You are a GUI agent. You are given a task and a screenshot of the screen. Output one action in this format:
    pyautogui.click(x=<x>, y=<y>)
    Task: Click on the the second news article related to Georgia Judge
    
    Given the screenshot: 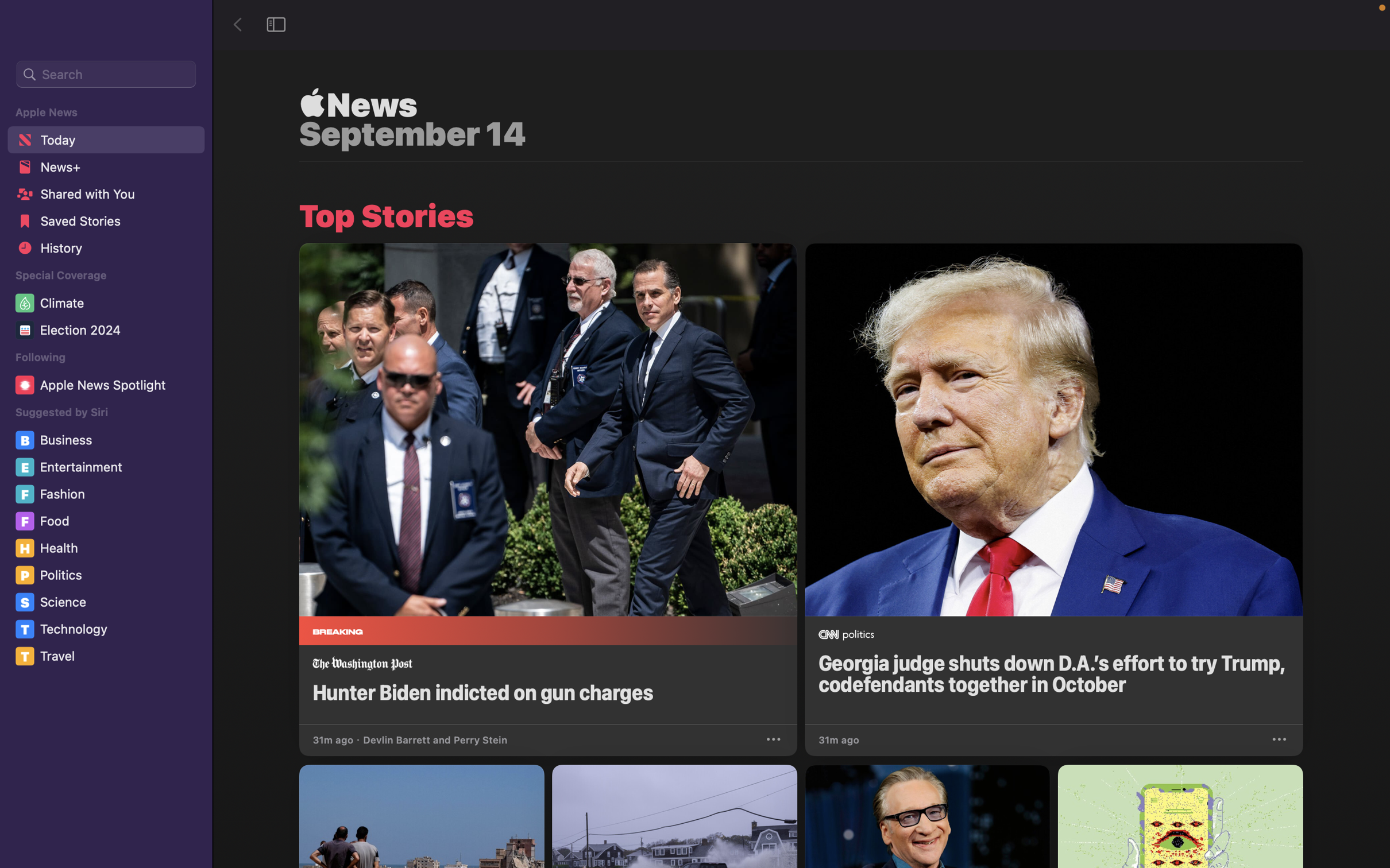 What is the action you would take?
    pyautogui.click(x=1053, y=483)
    